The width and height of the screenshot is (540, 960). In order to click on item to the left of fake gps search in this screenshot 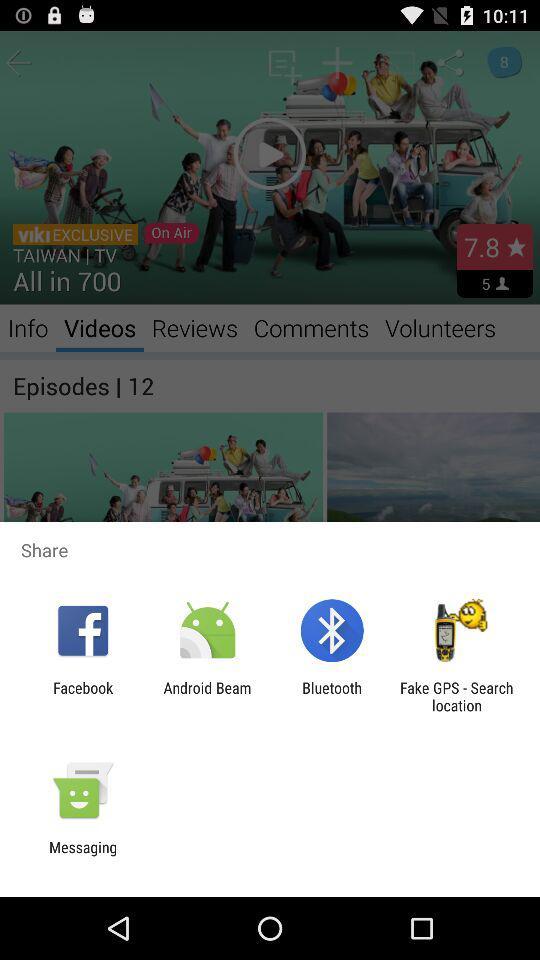, I will do `click(332, 696)`.